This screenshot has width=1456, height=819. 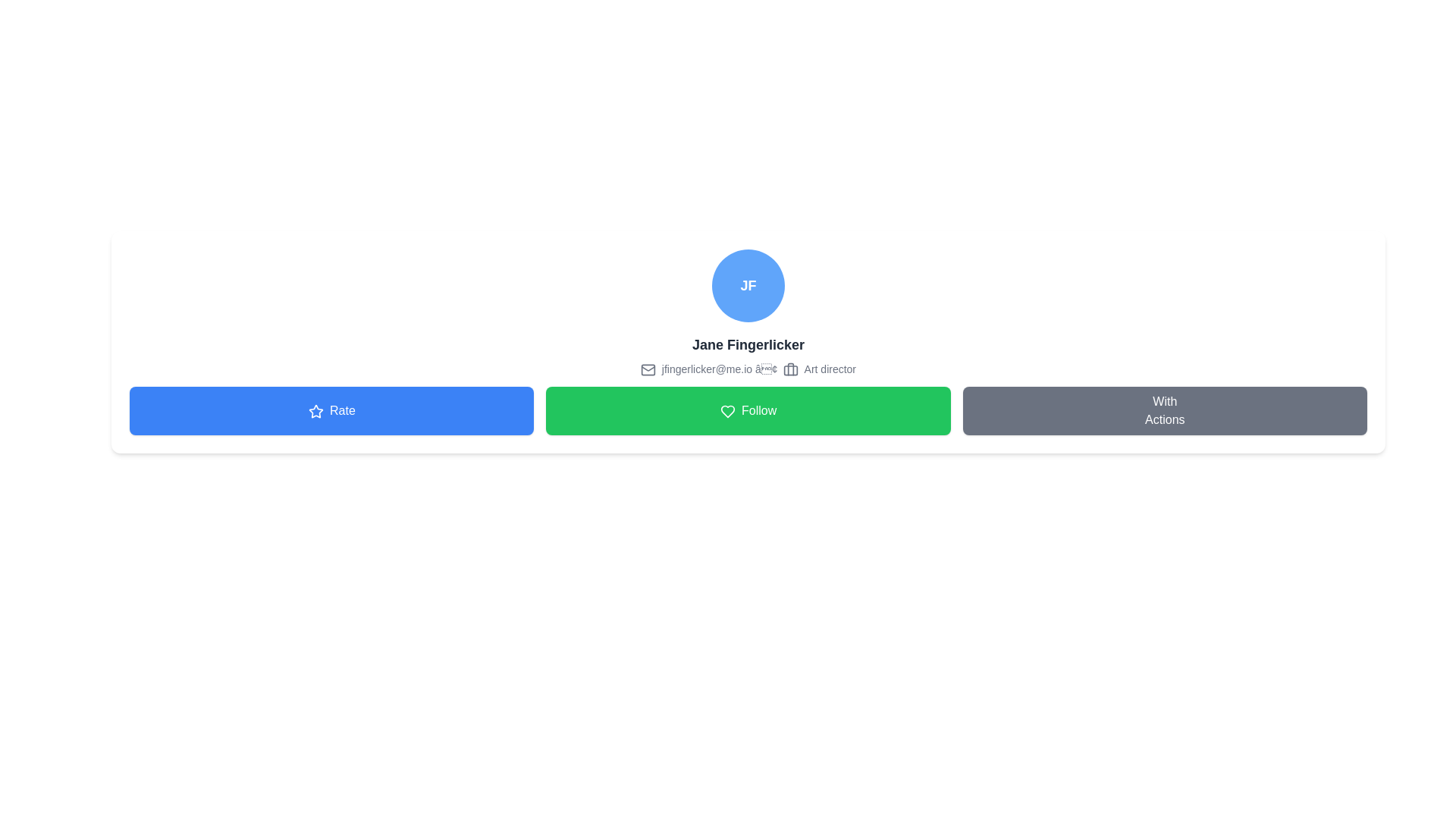 What do you see at coordinates (726, 412) in the screenshot?
I see `the decorative icon located on the left side of the 'Follow' button, which visually represents liking or following actions` at bounding box center [726, 412].